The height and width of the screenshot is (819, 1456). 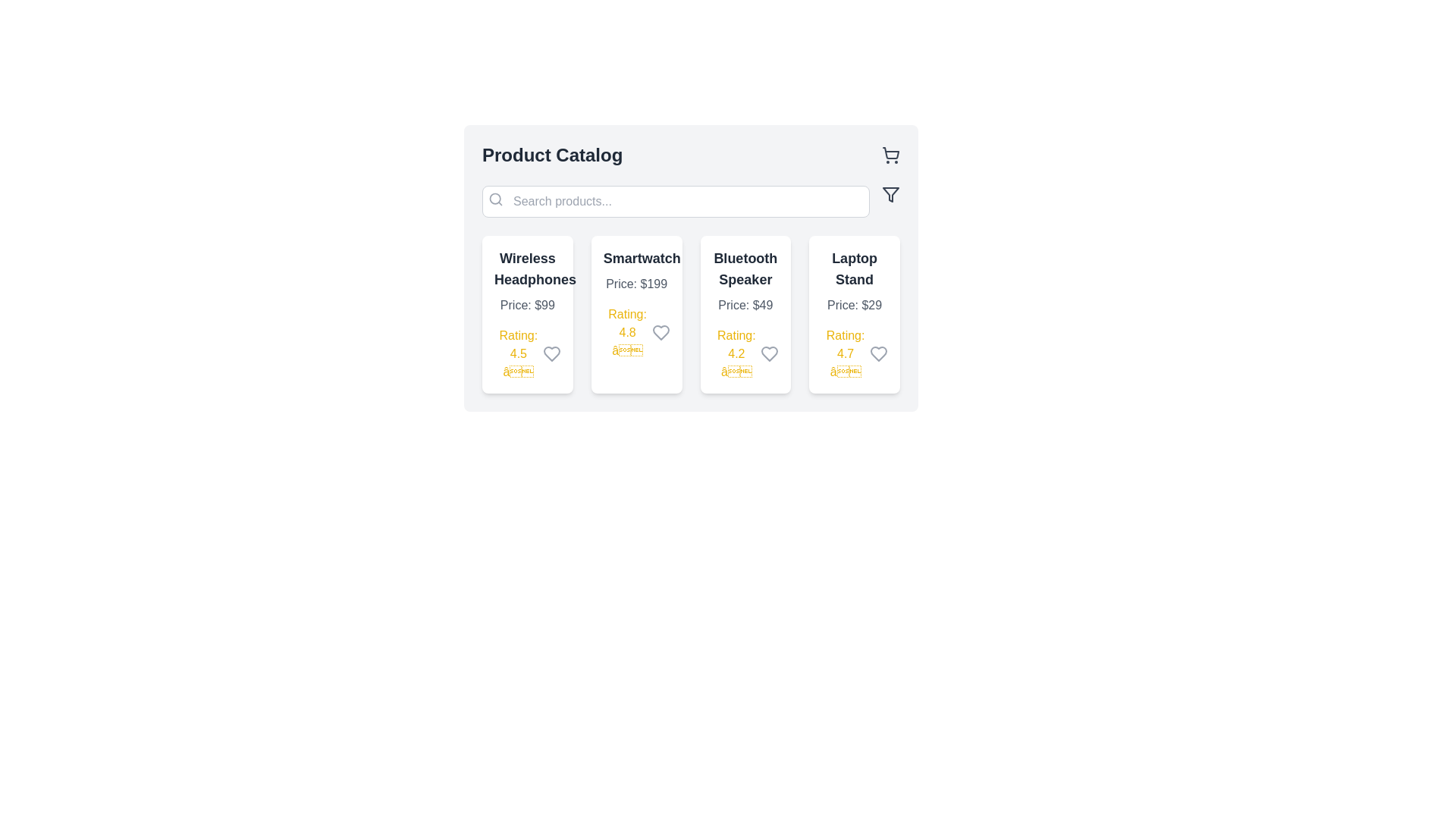 I want to click on the heart icon located at the bottom-right corner of the 'Laptop Stand' product card to mark the item as a favorite, so click(x=878, y=353).